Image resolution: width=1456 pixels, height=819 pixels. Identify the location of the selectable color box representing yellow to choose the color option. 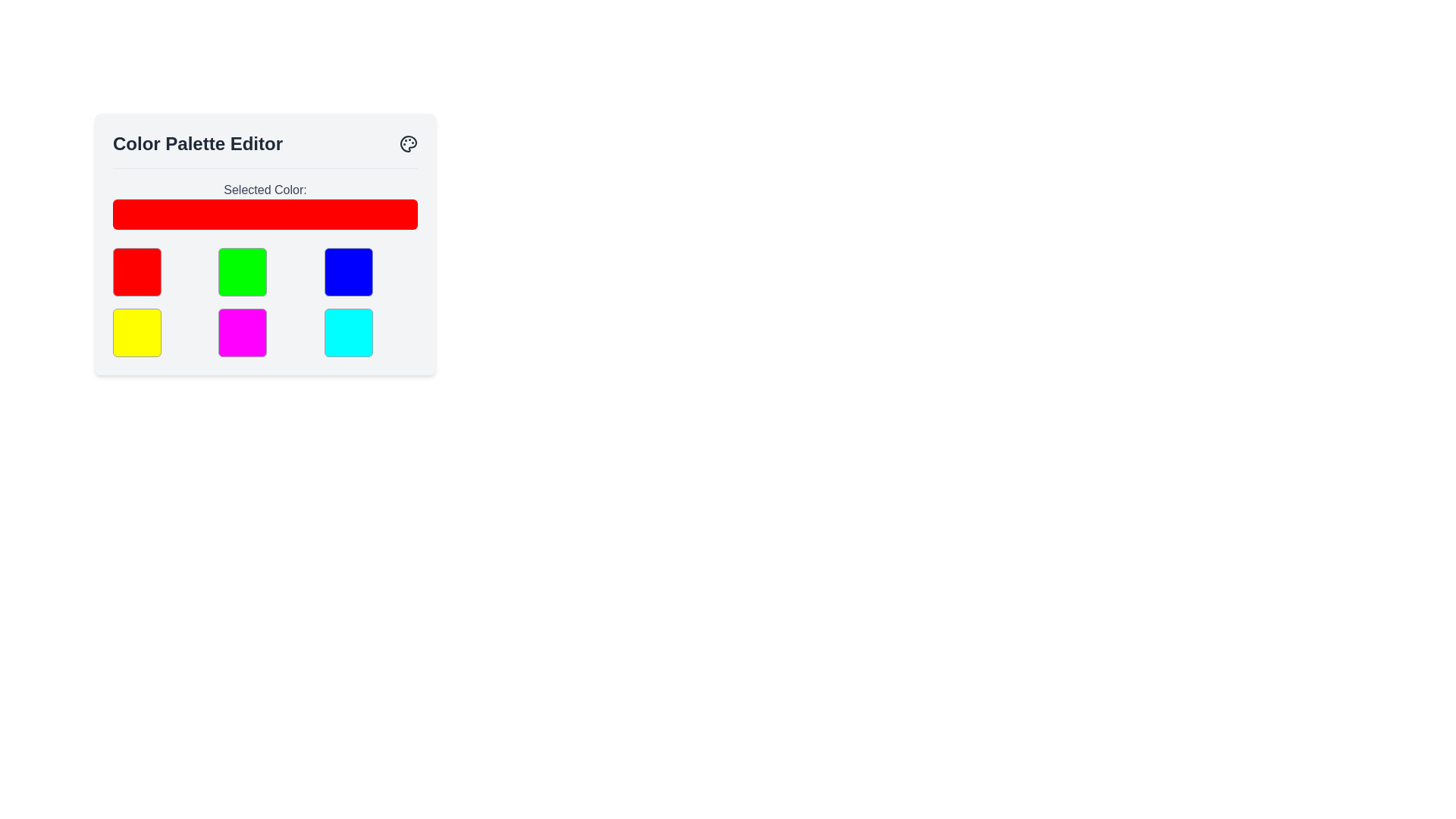
(137, 332).